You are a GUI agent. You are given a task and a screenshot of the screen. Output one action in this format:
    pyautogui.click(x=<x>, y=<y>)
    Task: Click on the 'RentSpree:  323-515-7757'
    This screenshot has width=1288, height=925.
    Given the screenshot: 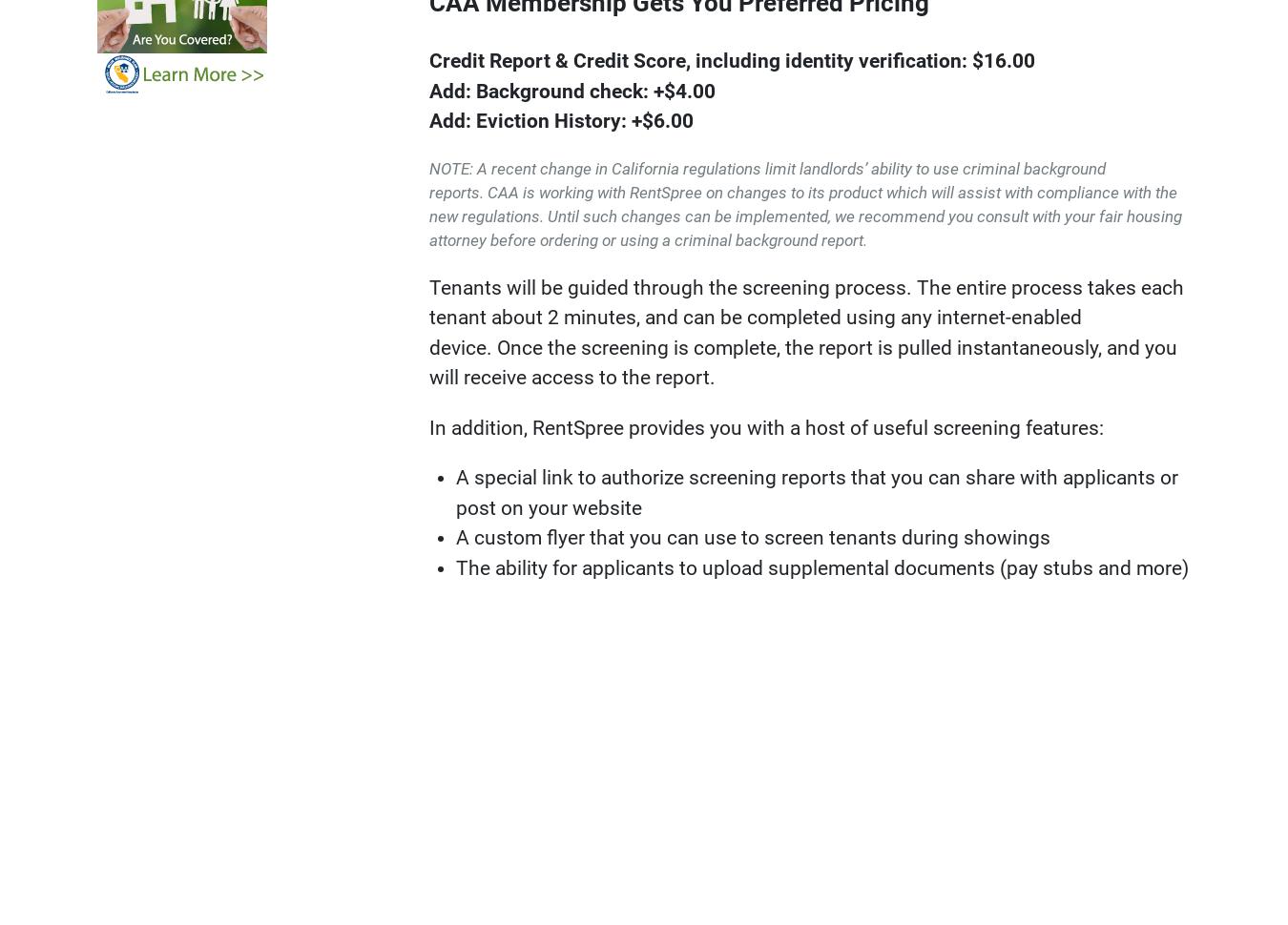 What is the action you would take?
    pyautogui.click(x=545, y=354)
    